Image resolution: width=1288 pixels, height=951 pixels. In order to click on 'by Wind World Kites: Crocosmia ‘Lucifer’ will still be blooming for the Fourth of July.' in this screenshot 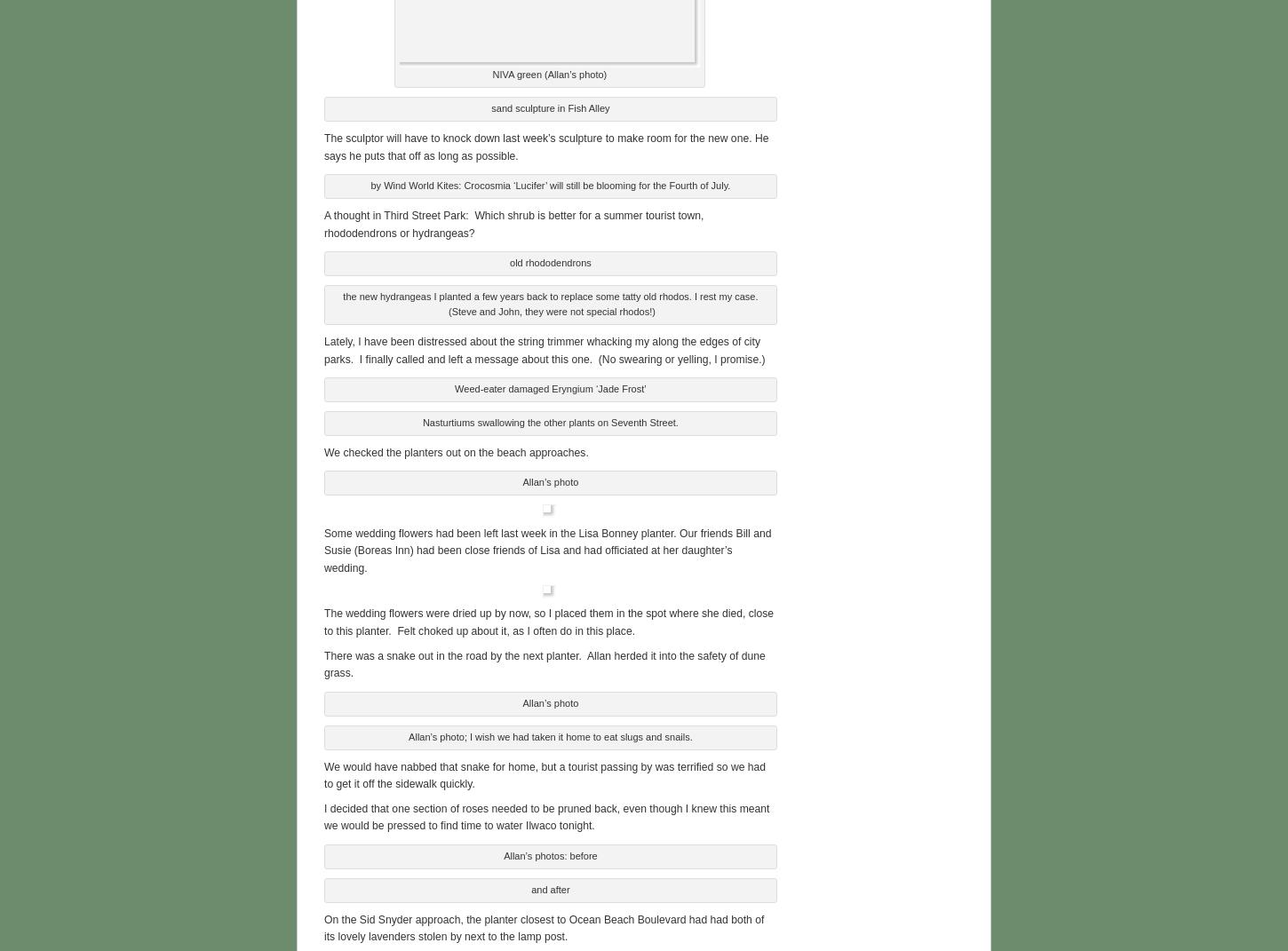, I will do `click(370, 183)`.